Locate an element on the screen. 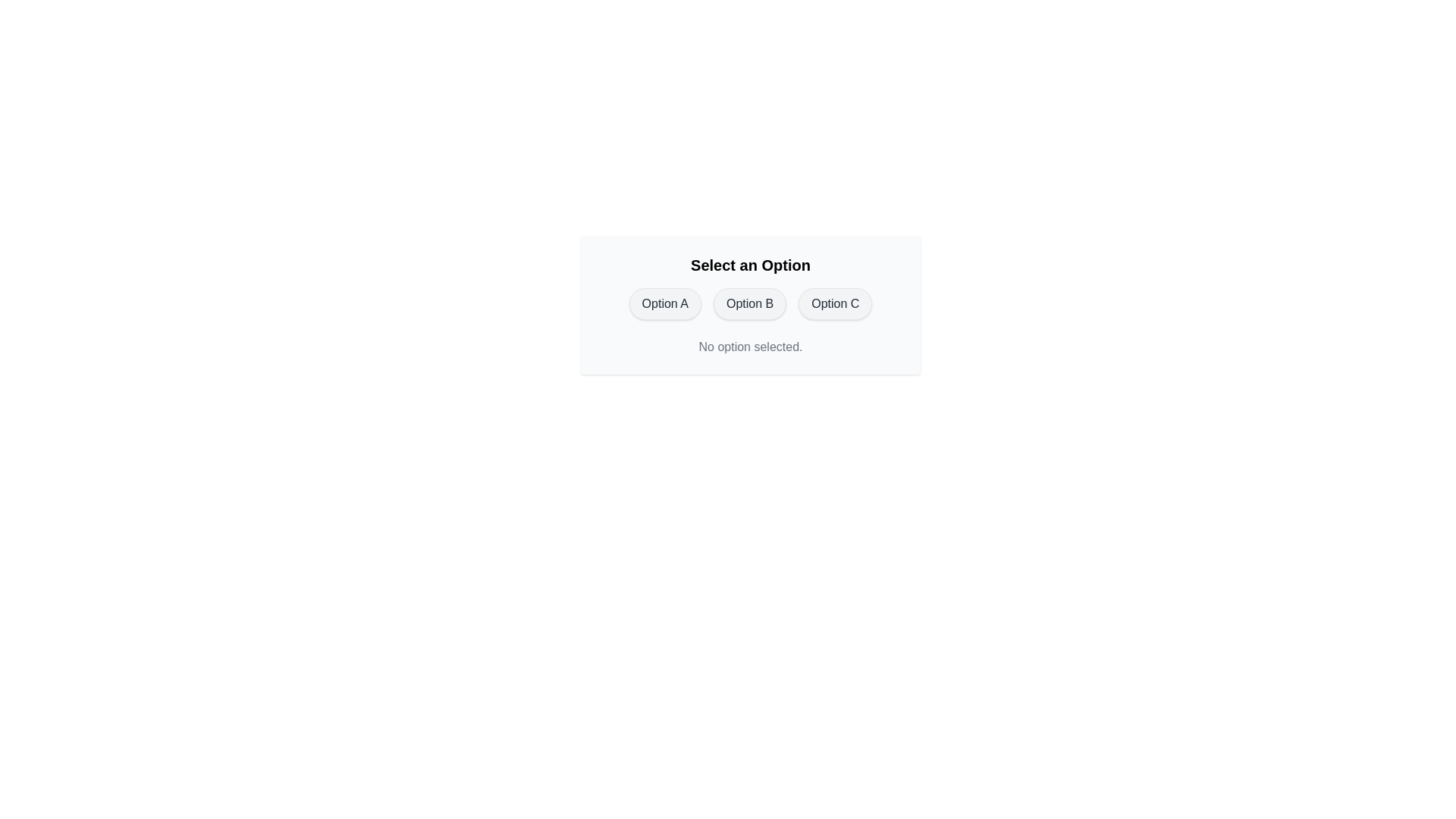 This screenshot has height=819, width=1456. the button corresponding to Option C to select it is located at coordinates (833, 304).